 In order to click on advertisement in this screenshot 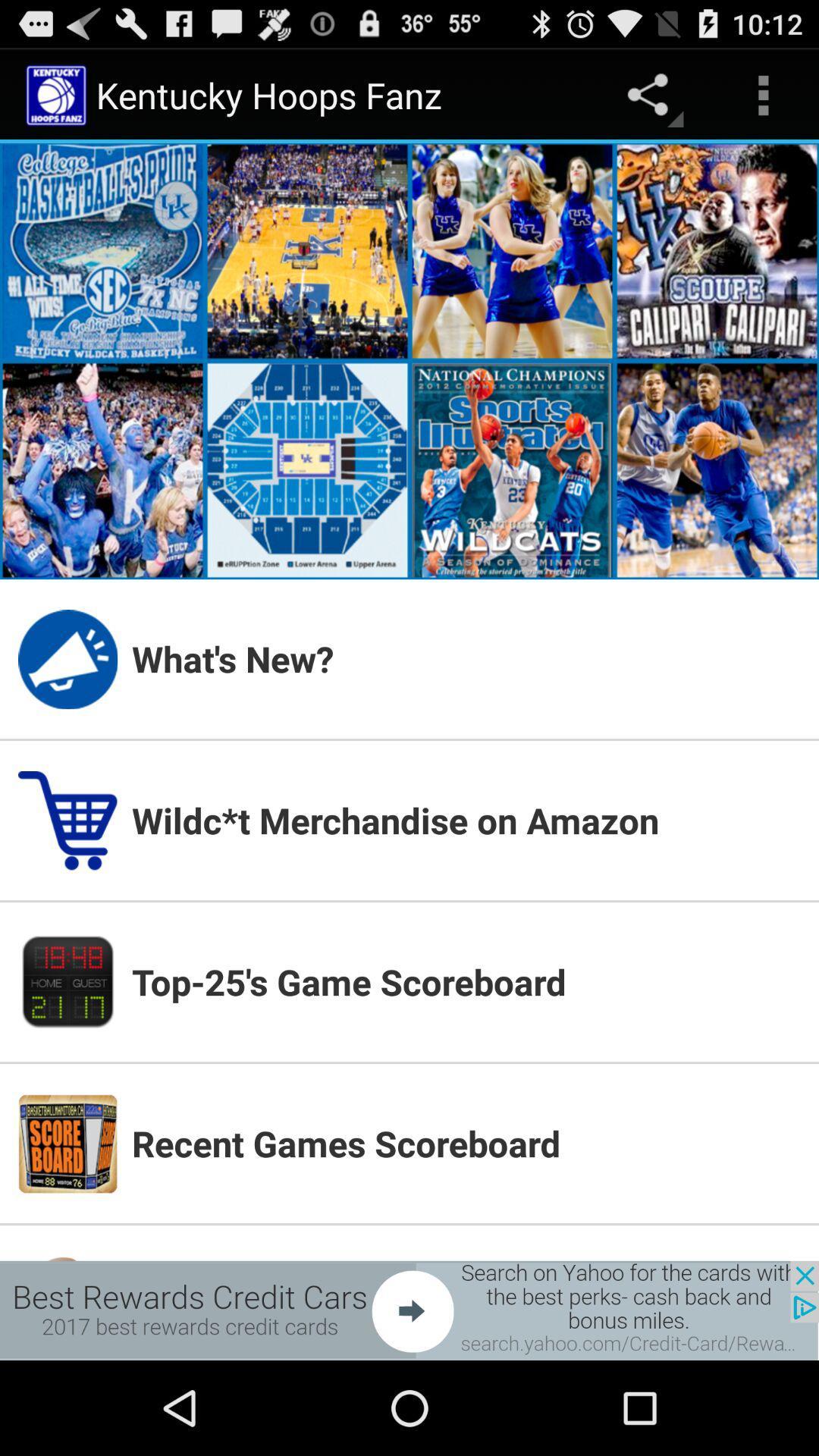, I will do `click(409, 1310)`.